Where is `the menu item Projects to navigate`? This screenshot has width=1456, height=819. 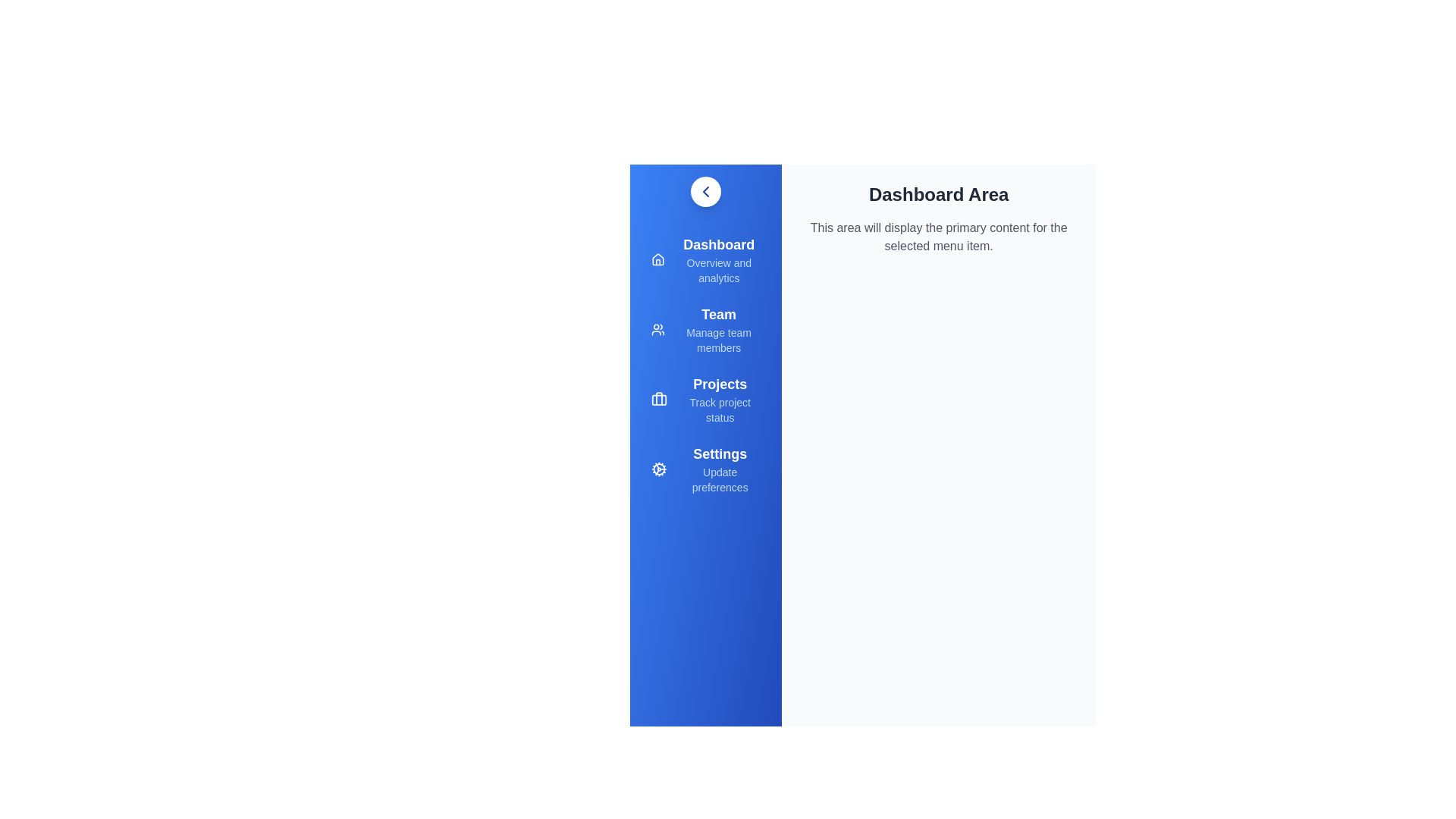
the menu item Projects to navigate is located at coordinates (705, 399).